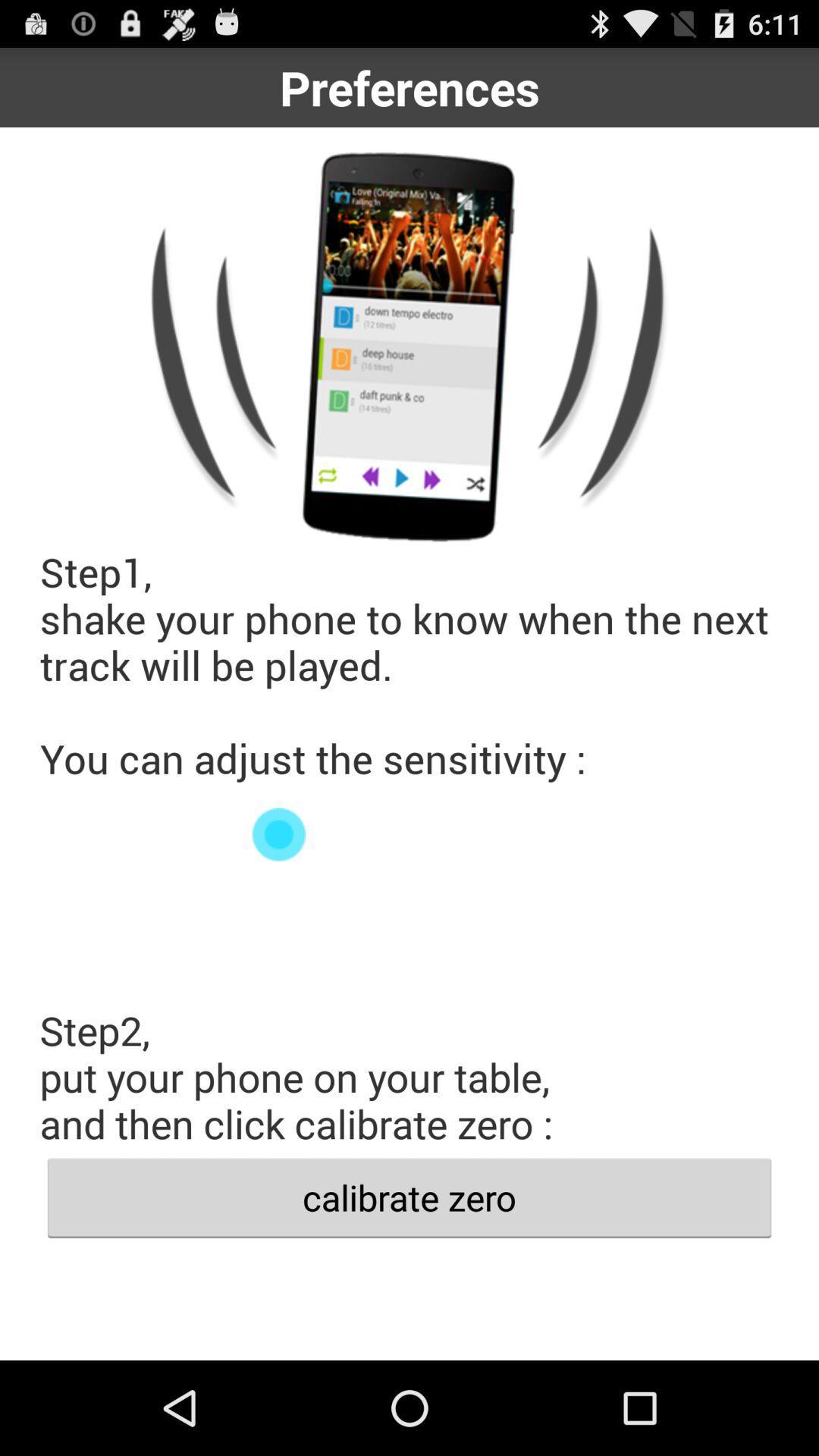  Describe the element at coordinates (409, 833) in the screenshot. I see `item above the step2 put your item` at that location.